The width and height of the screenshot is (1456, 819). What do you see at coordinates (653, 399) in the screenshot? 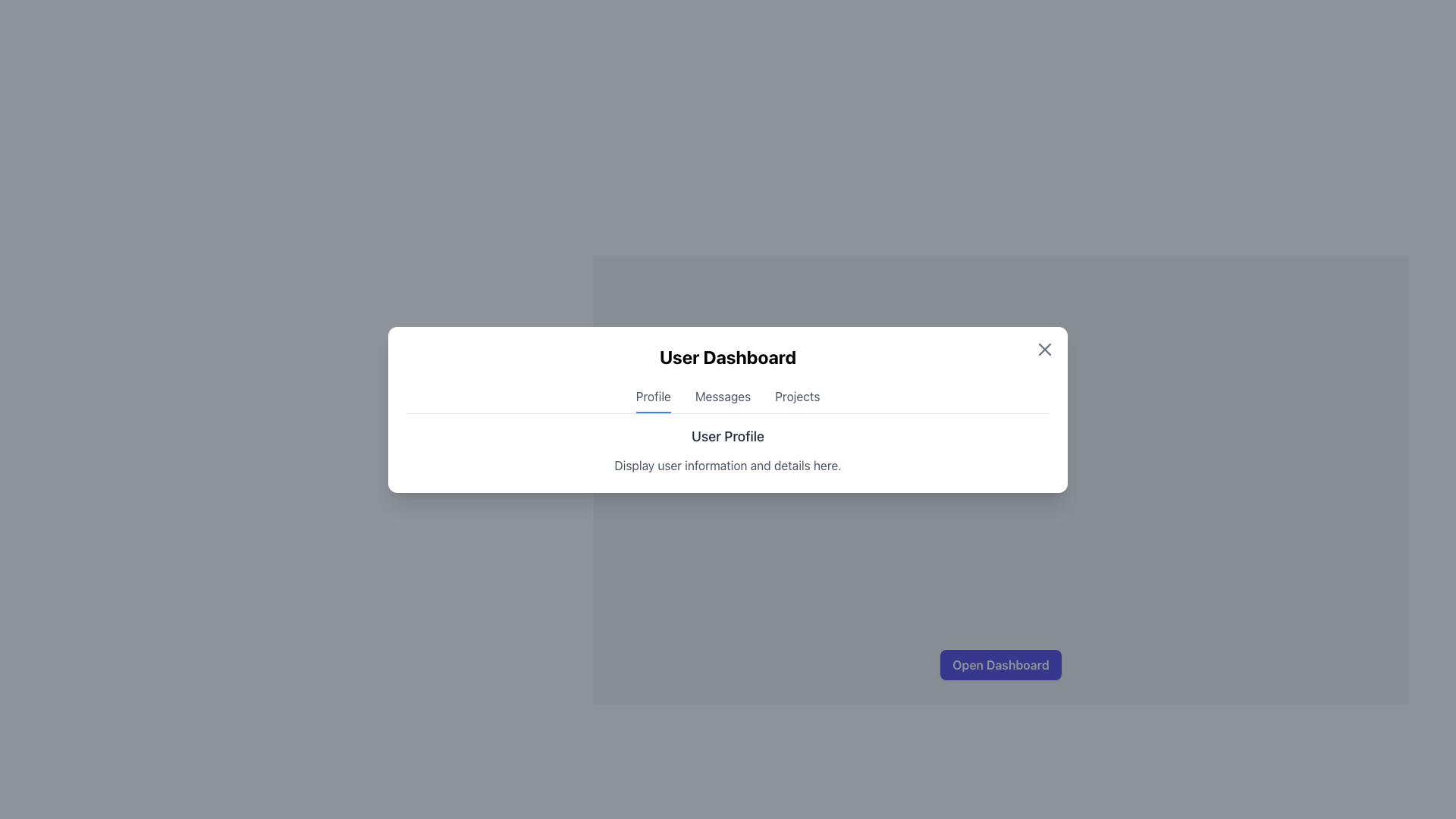
I see `the 'Profile' tab in the horizontal tab bar under the 'User Dashboard' modal` at bounding box center [653, 399].